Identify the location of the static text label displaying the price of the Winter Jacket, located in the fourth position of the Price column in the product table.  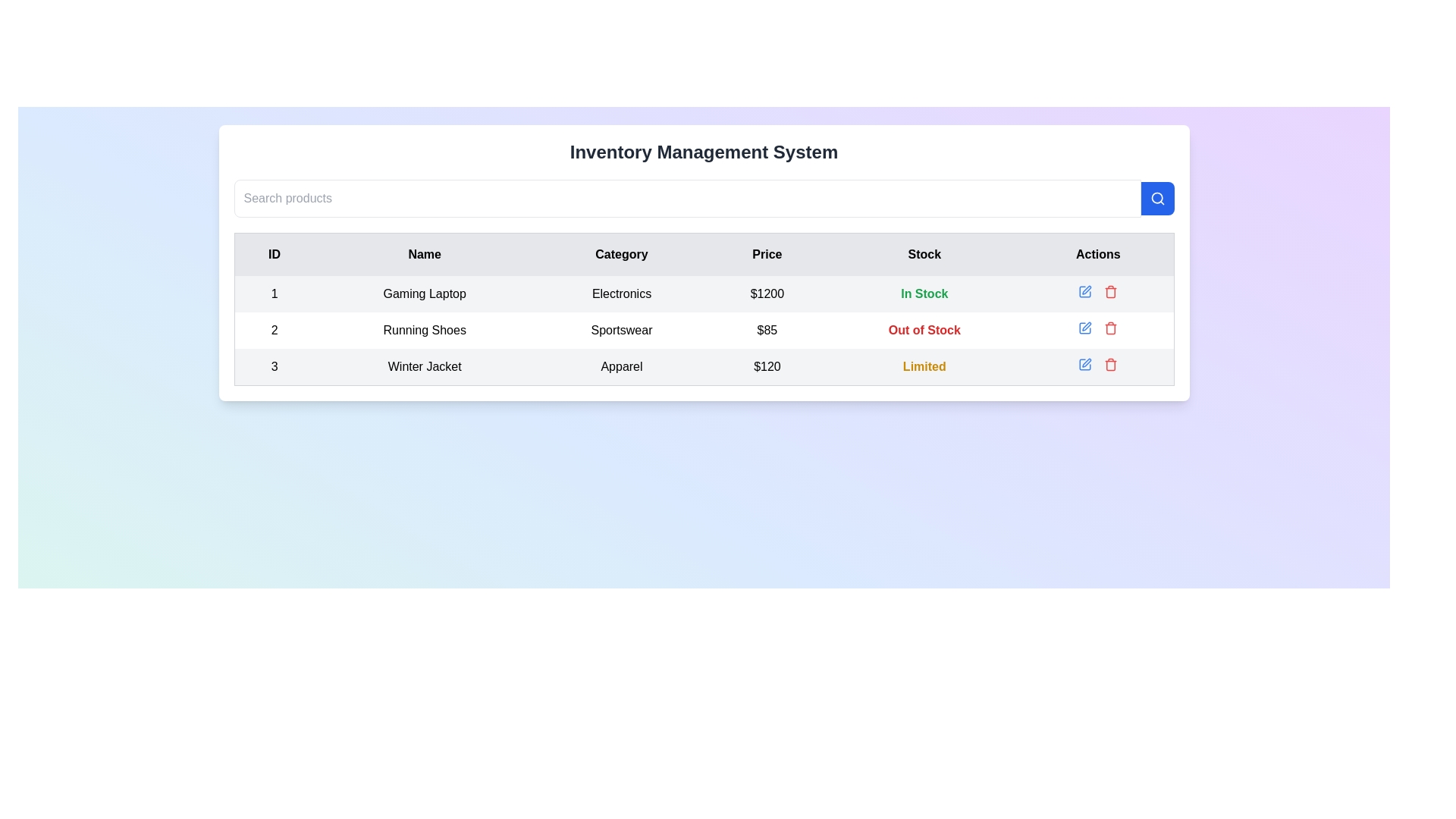
(767, 367).